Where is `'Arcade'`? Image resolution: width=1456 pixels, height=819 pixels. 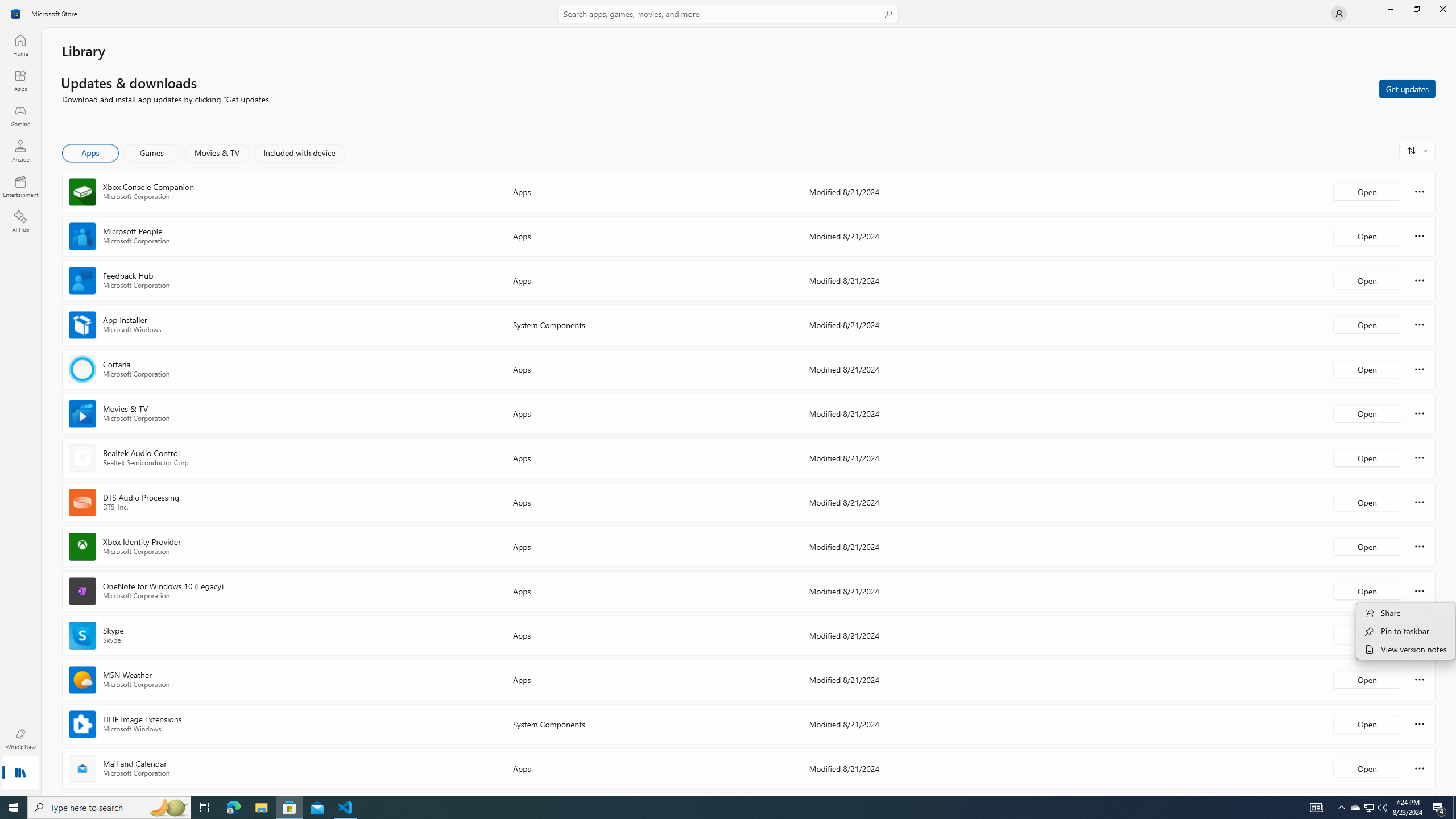
'Arcade' is located at coordinates (19, 150).